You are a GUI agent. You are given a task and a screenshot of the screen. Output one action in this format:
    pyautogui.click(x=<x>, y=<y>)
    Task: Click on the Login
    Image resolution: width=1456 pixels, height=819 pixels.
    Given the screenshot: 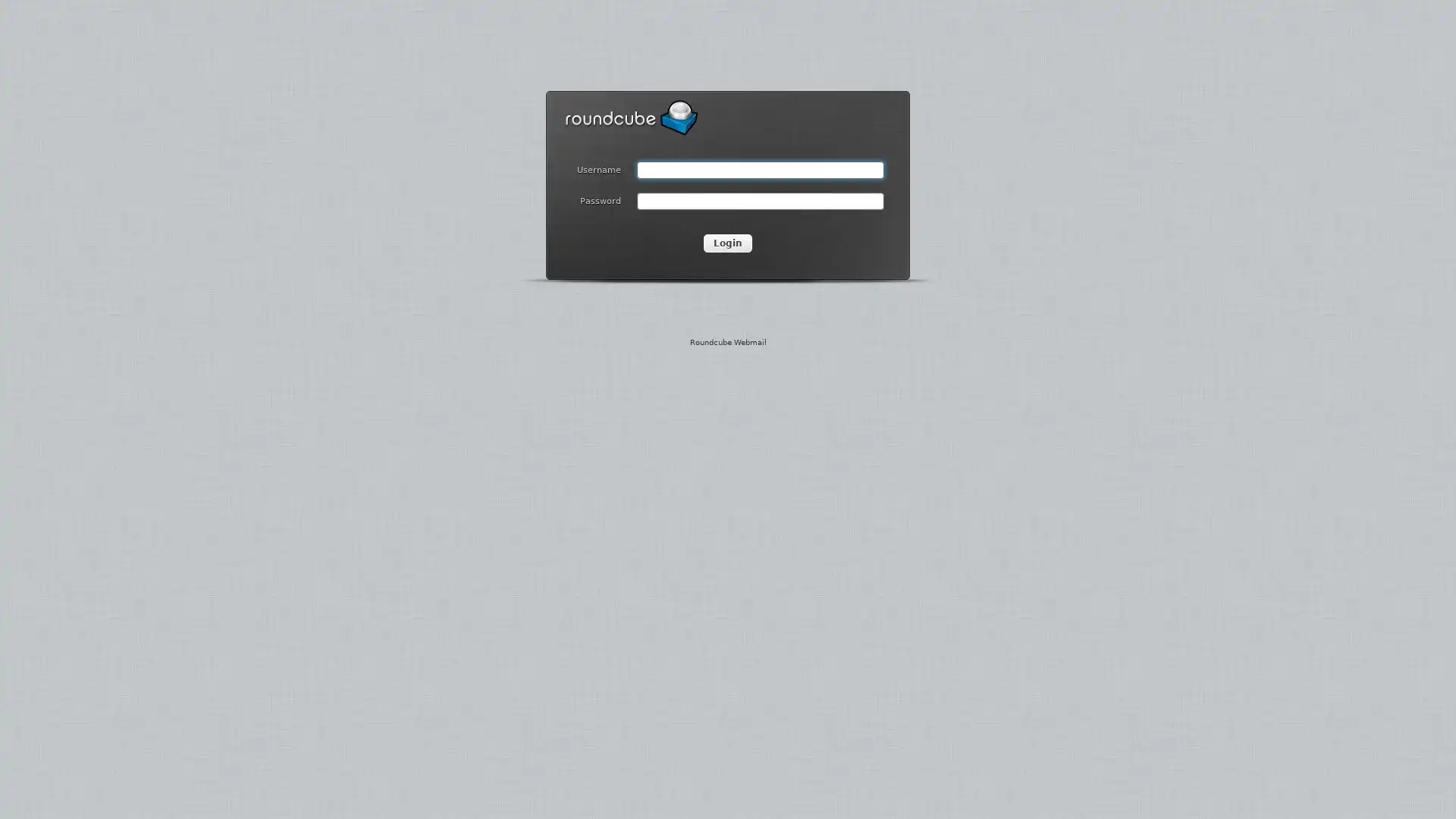 What is the action you would take?
    pyautogui.click(x=728, y=242)
    